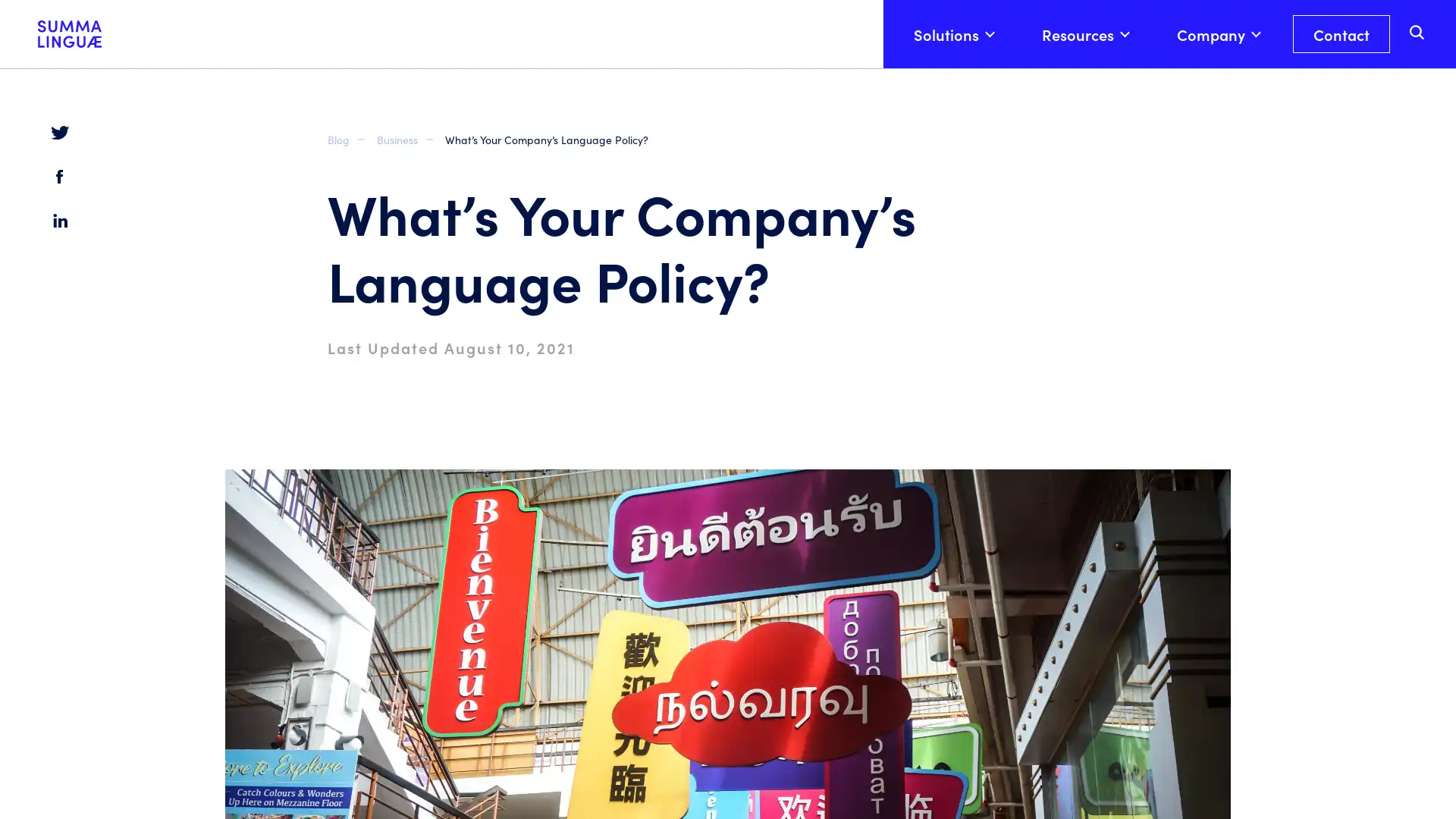  Describe the element at coordinates (1417, 94) in the screenshot. I see `Search` at that location.